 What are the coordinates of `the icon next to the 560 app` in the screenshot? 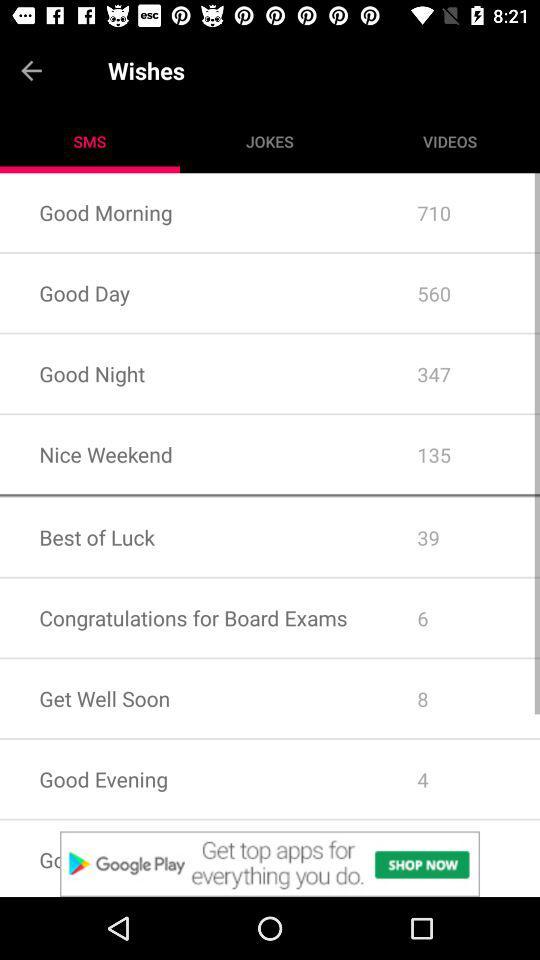 It's located at (189, 372).